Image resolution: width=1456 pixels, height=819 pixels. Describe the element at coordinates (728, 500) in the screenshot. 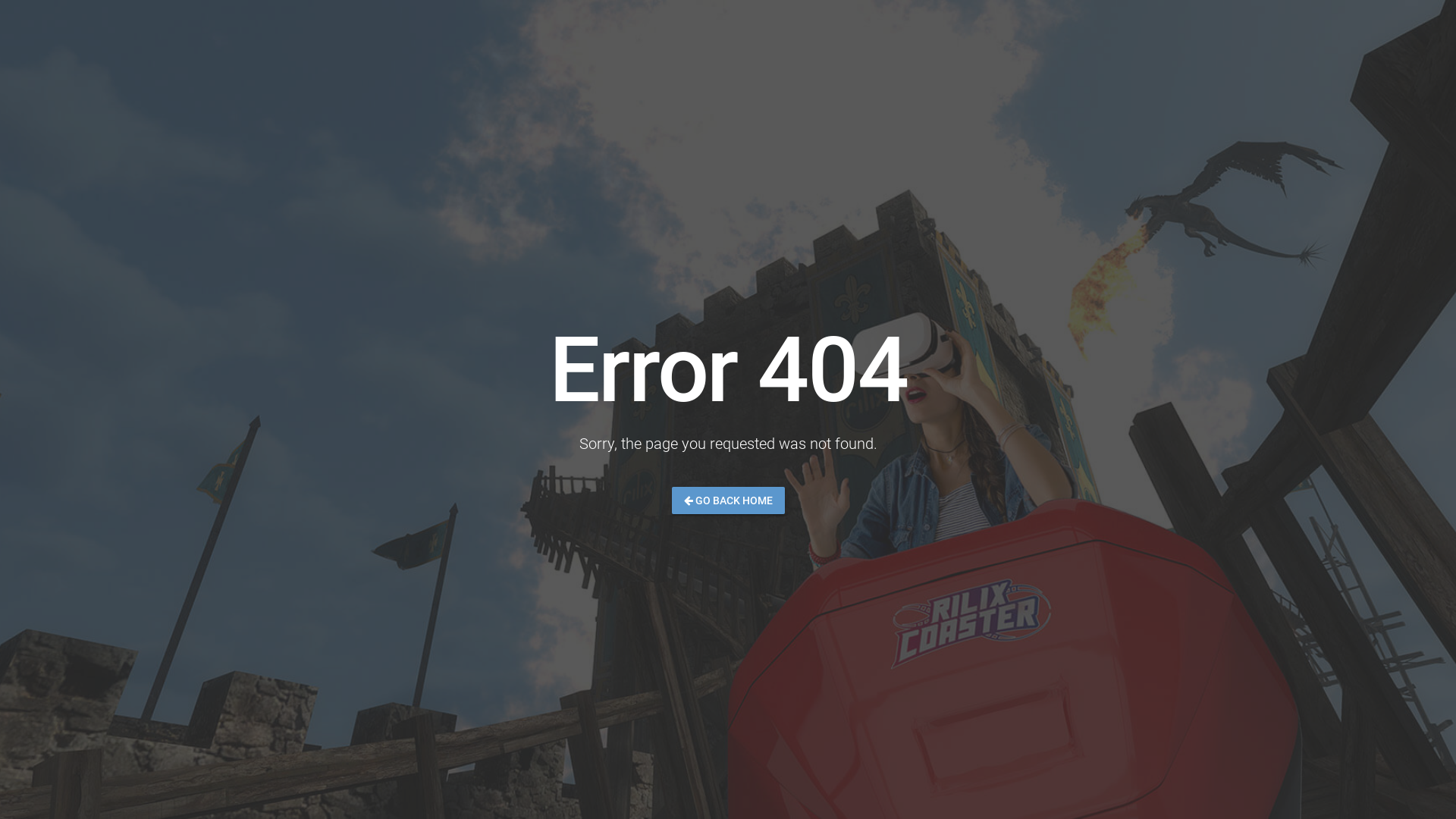

I see `'GO BACK HOME'` at that location.